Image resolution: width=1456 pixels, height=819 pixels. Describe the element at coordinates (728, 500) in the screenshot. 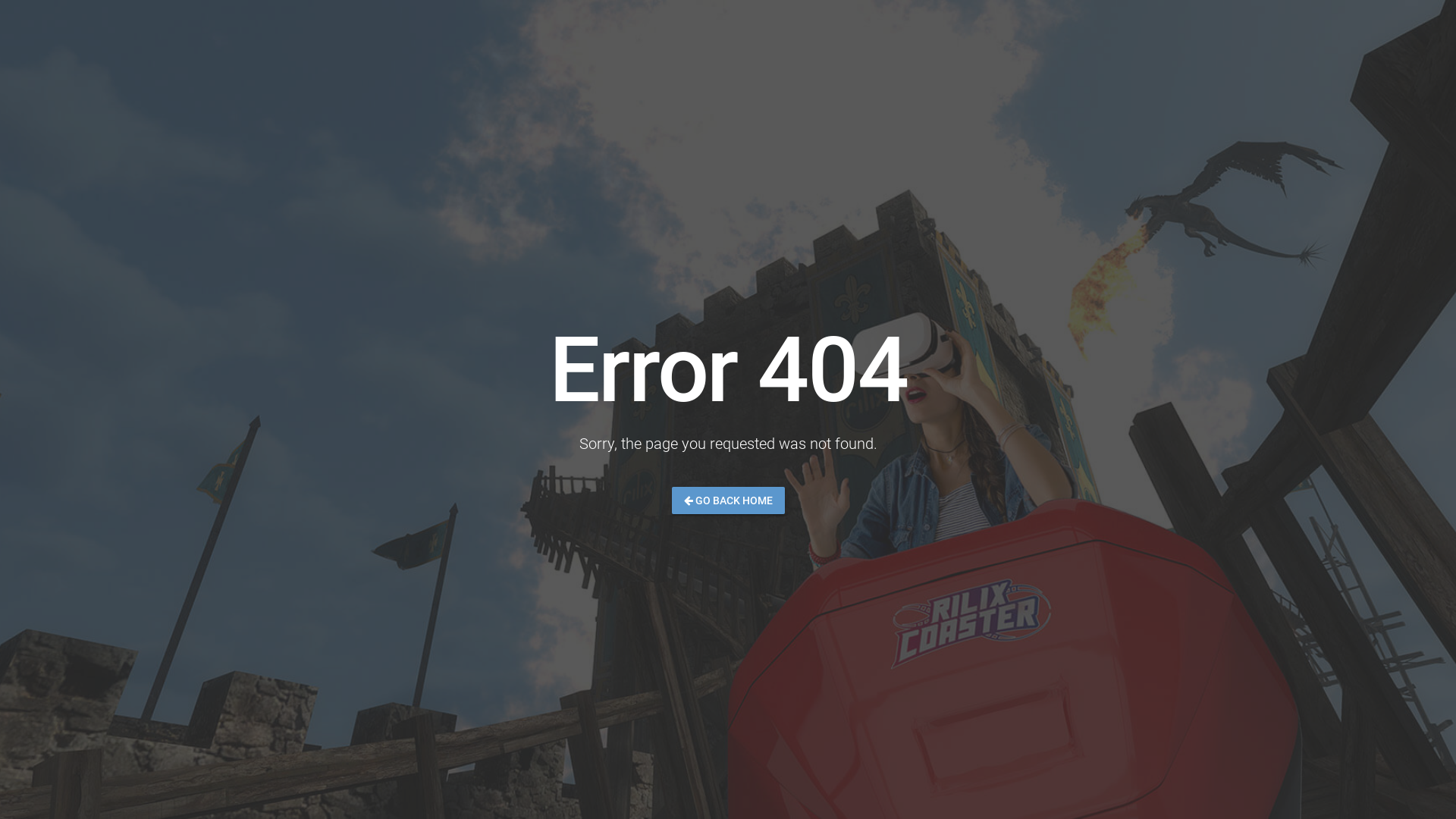

I see `'GO BACK HOME'` at that location.